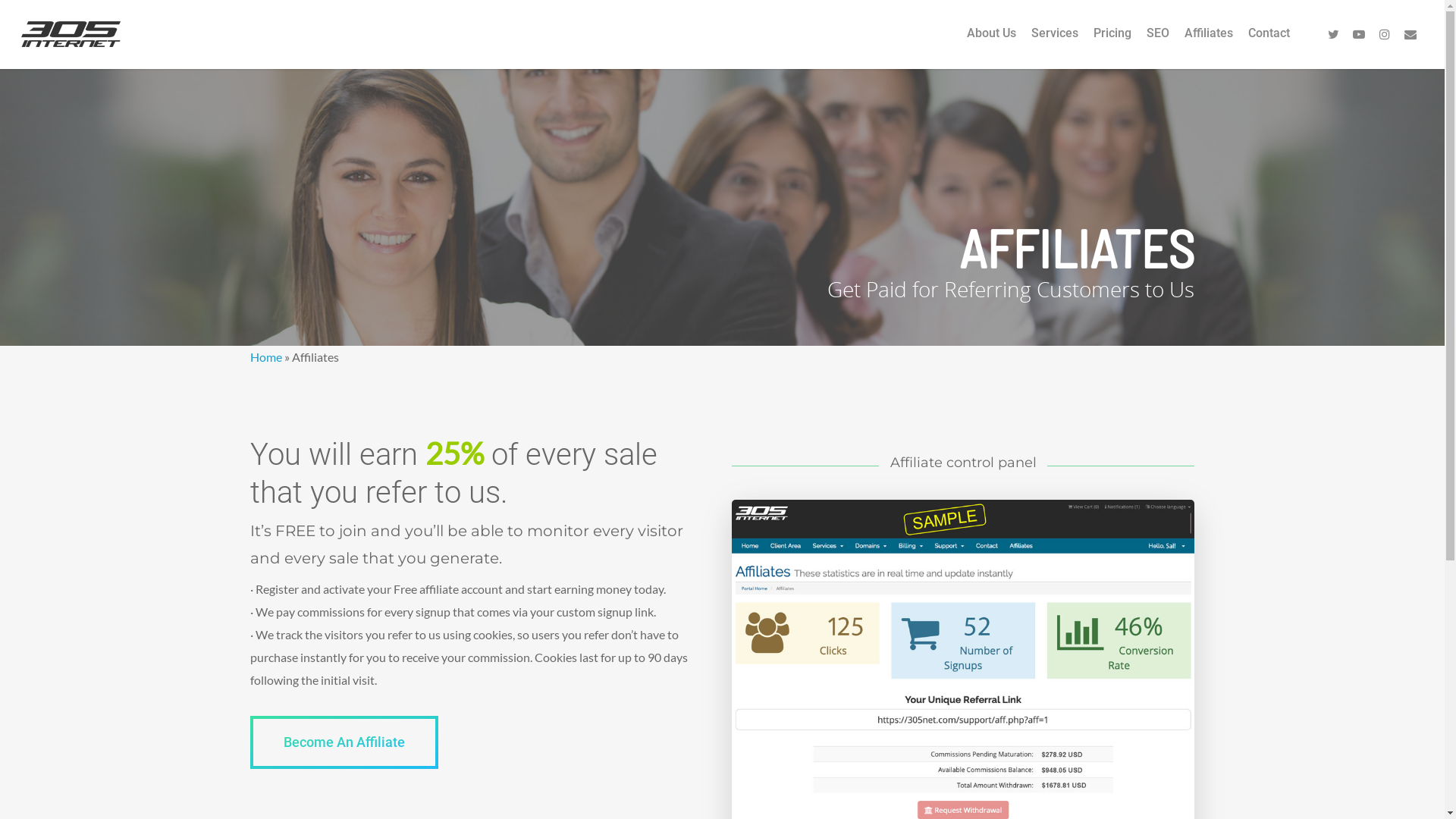  Describe the element at coordinates (1112, 42) in the screenshot. I see `'Pricing'` at that location.